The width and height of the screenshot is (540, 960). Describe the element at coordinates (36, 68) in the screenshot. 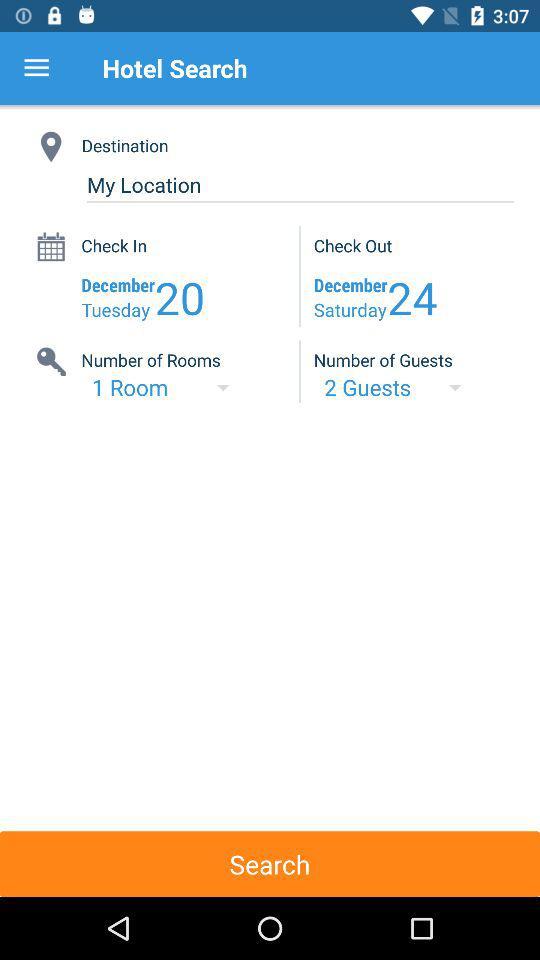

I see `icon to the left of the hotel search icon` at that location.